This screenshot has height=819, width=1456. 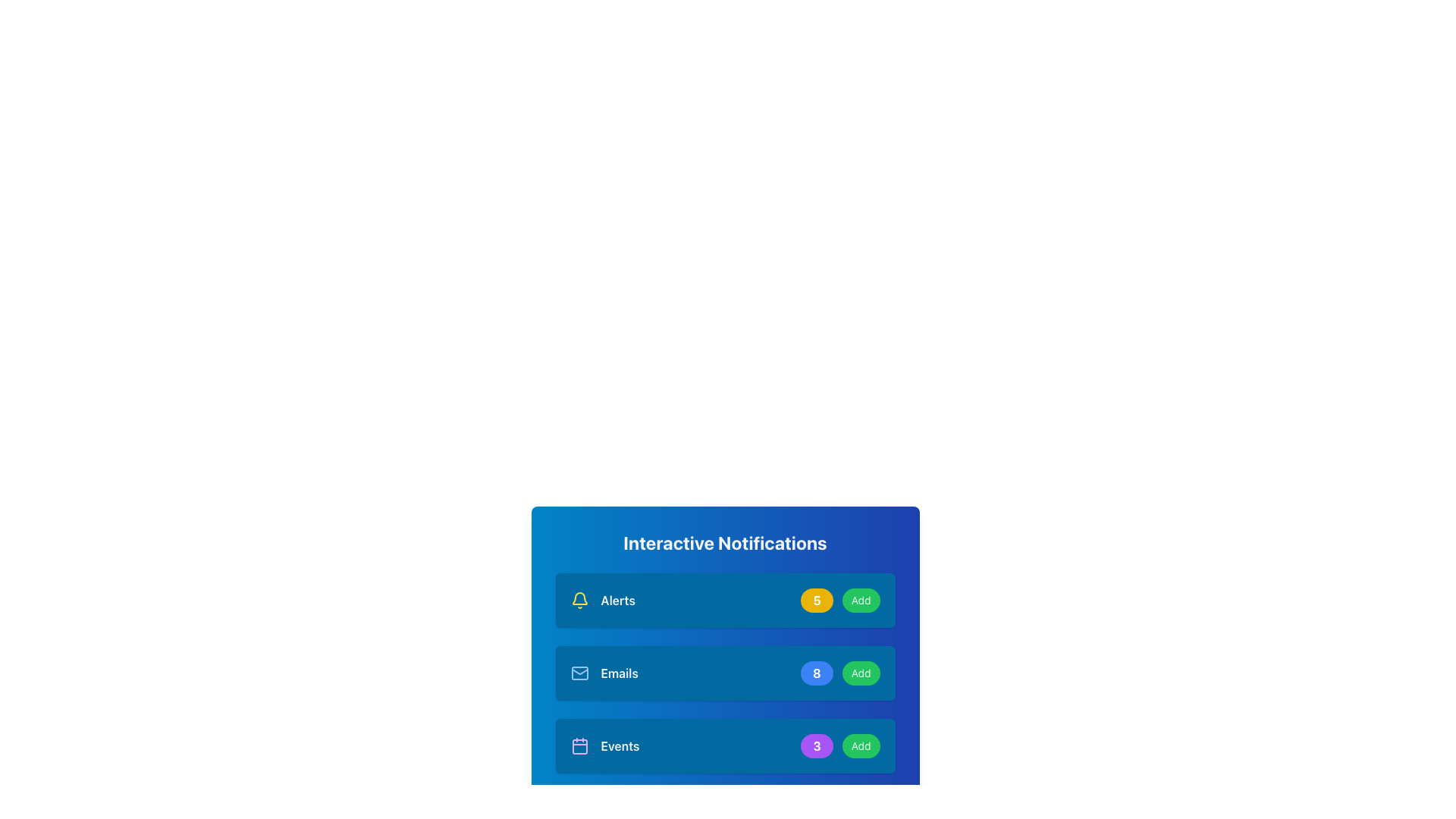 I want to click on the second row of the Notification Panel labeled 'Emails', which shows the count of 8 emails and has an 'Add' button, so click(x=724, y=672).